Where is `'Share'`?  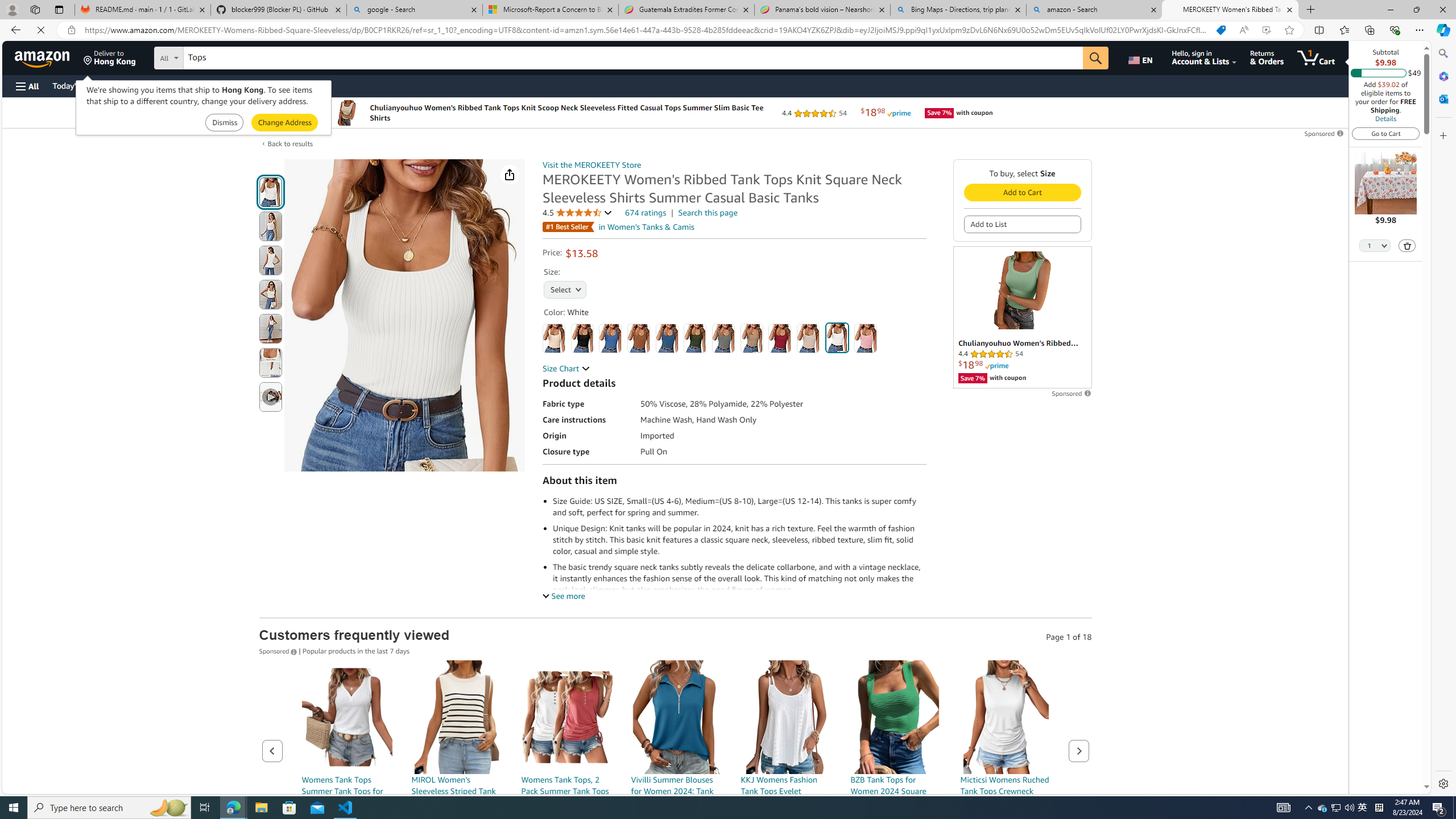 'Share' is located at coordinates (510, 174).